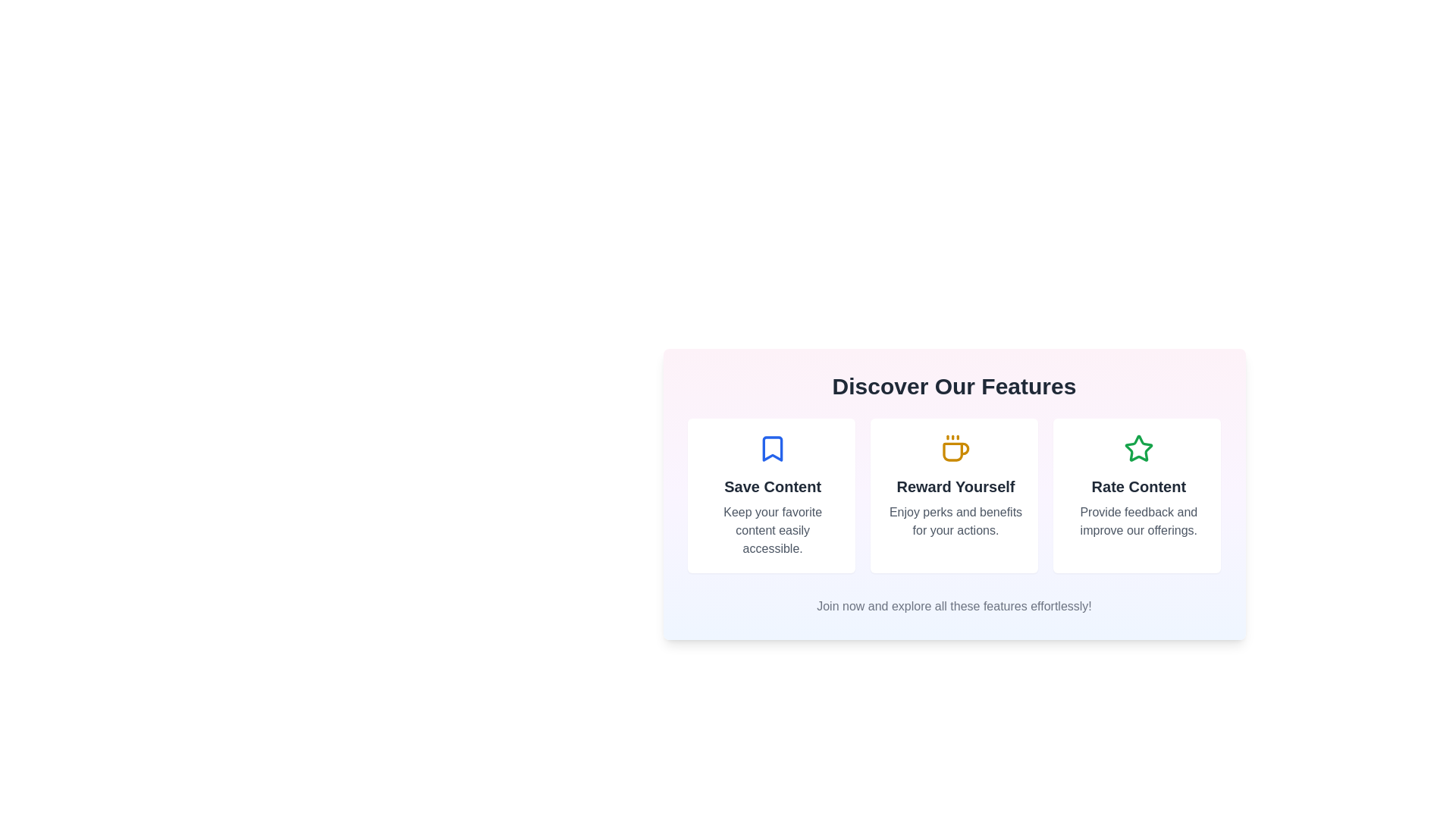  Describe the element at coordinates (955, 486) in the screenshot. I see `the text label that introduces and summarizes the associated feature, located in the middle column of a three-column layout, beneath a coffee mug icon` at that location.